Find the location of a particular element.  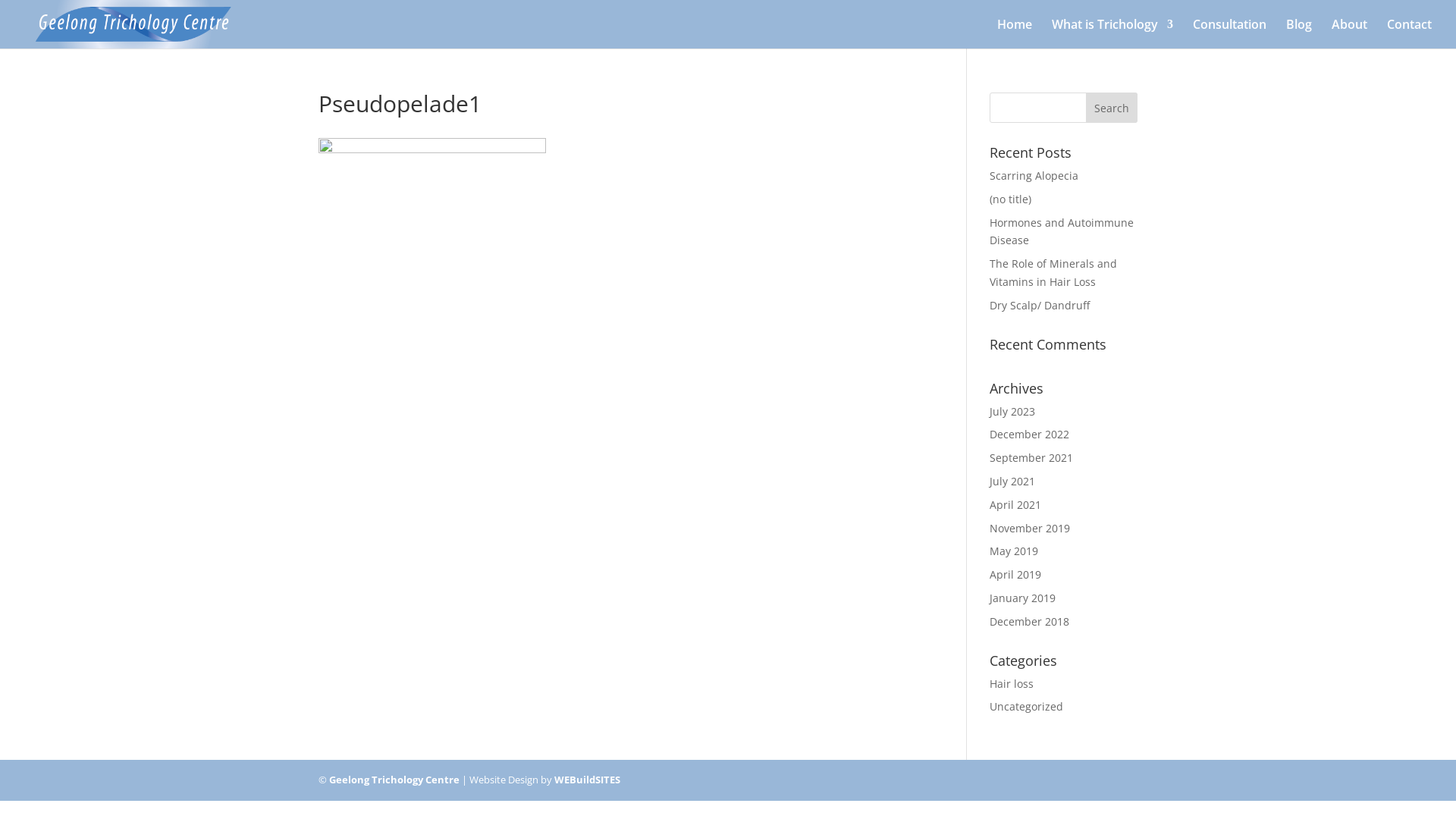

'Blog' is located at coordinates (1298, 33).